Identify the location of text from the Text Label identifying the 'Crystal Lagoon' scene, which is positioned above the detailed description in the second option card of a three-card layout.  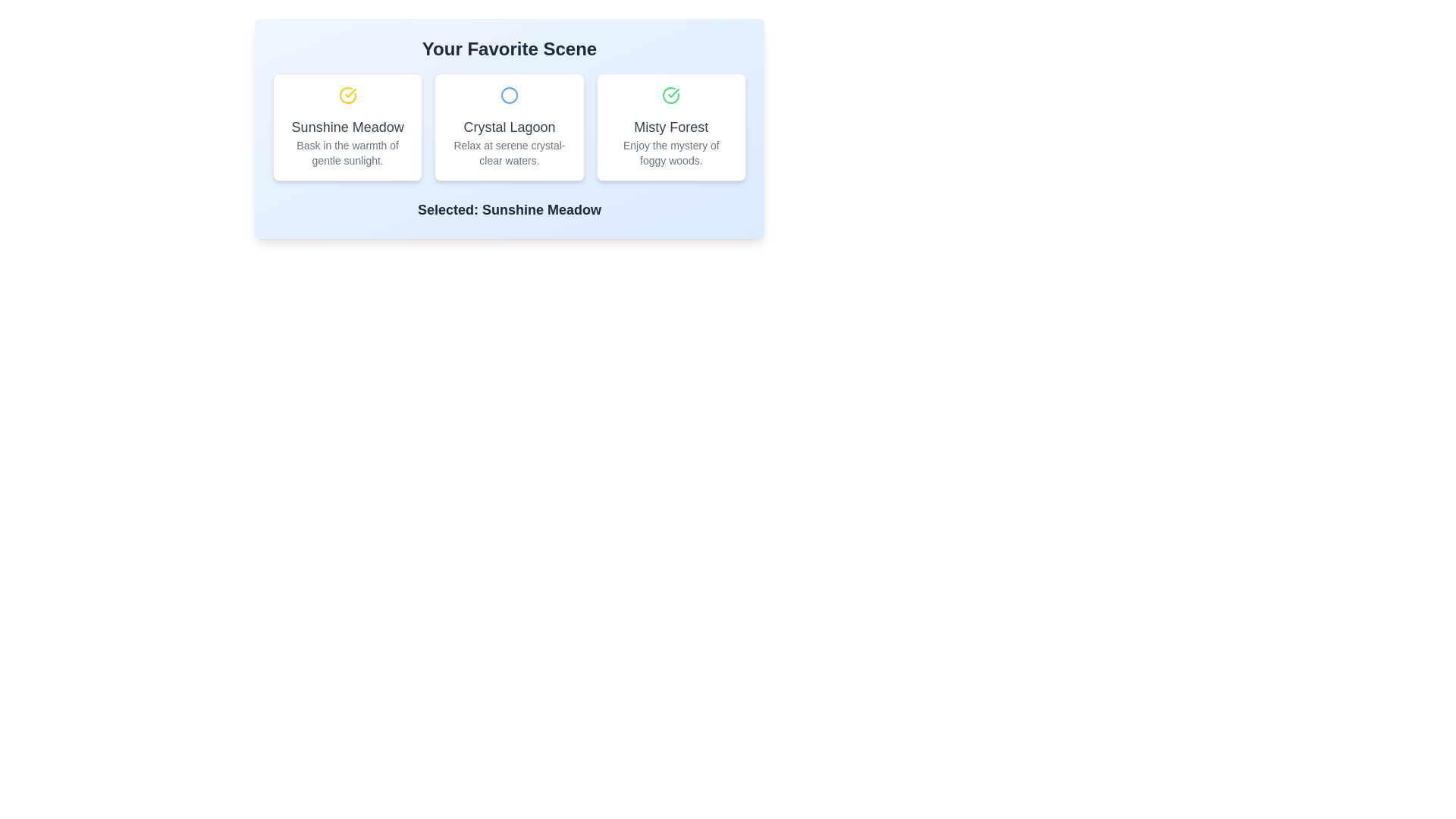
(510, 127).